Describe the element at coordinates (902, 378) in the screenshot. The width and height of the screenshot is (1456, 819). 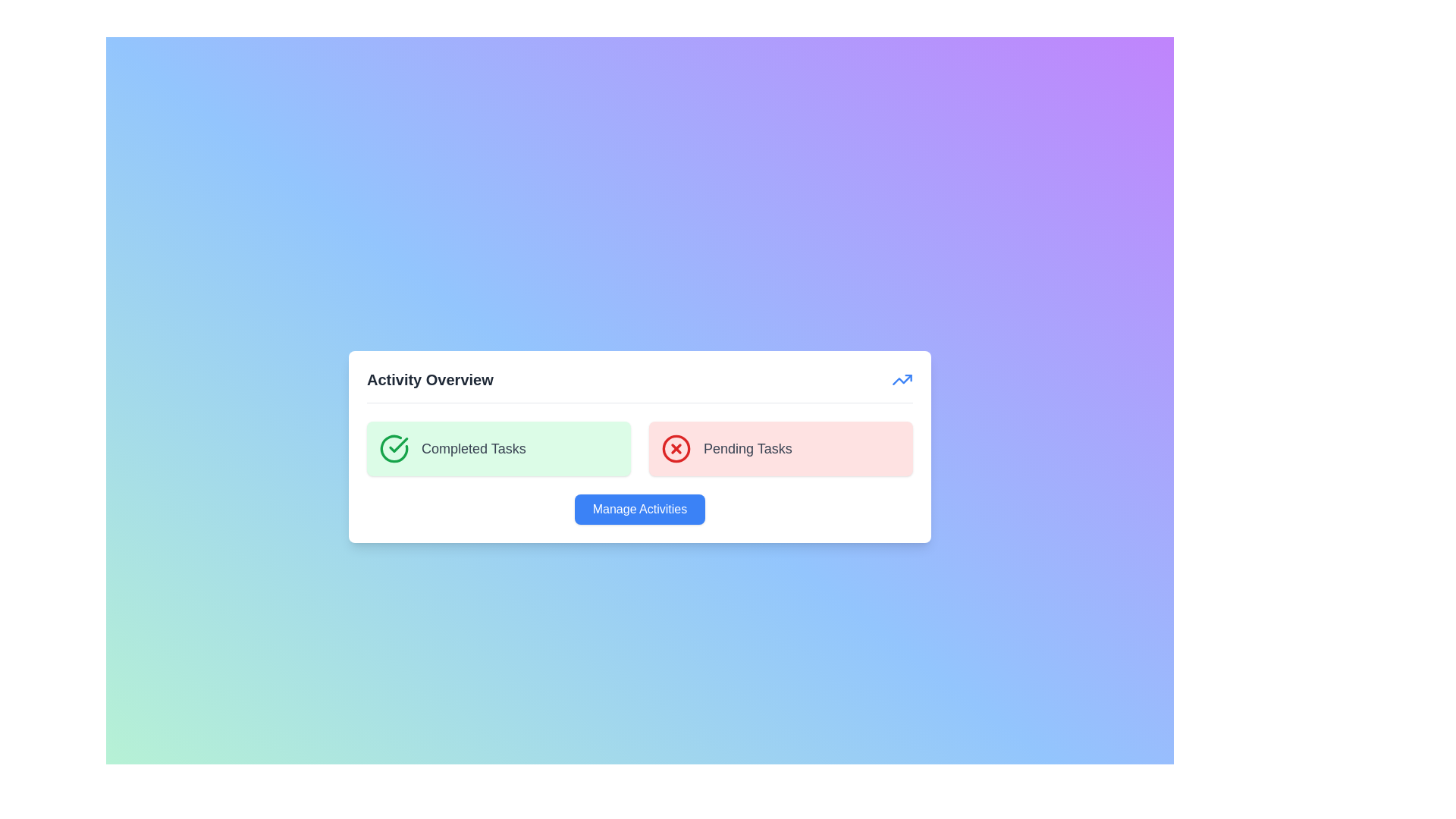
I see `the progress icon located at the top-right corner of the card next to the 'Activity Overview' title for information` at that location.